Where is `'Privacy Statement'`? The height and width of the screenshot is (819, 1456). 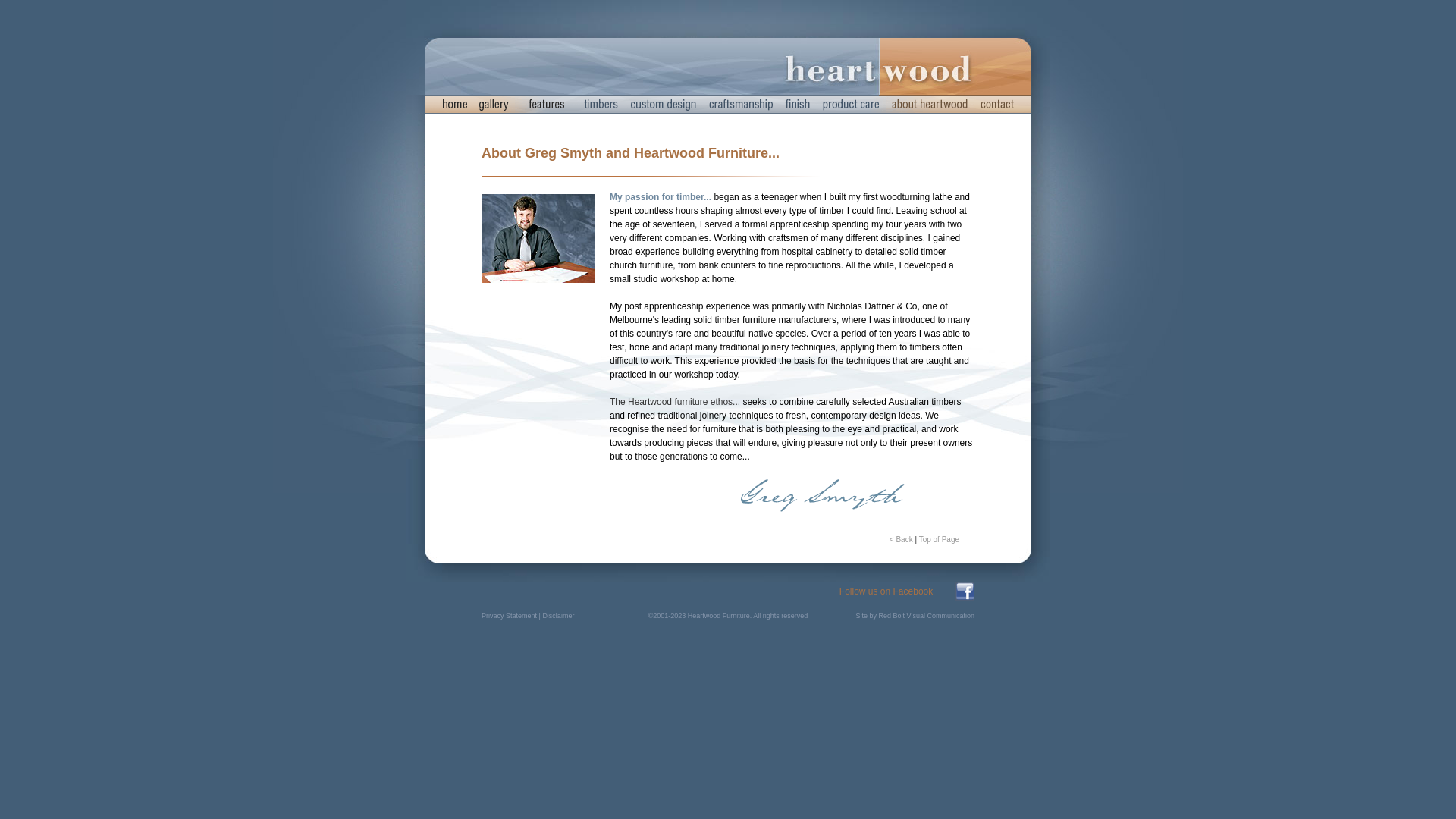 'Privacy Statement' is located at coordinates (509, 616).